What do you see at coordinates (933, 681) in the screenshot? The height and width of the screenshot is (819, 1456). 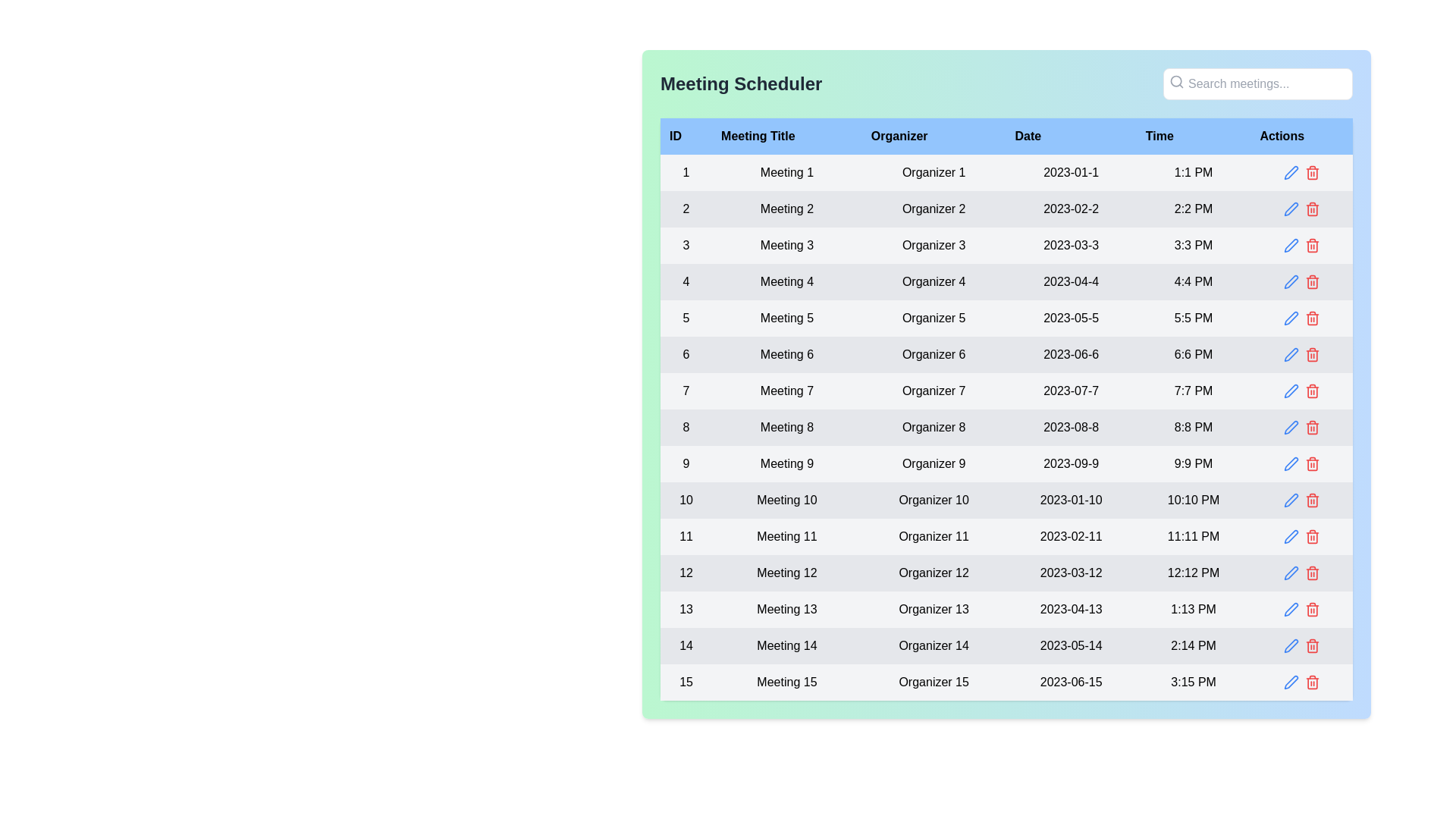 I see `the informational label indicating the organizer of the meeting in row 15 of the table, located in the Organizer column between 'Meeting Title' and 'Date'` at bounding box center [933, 681].